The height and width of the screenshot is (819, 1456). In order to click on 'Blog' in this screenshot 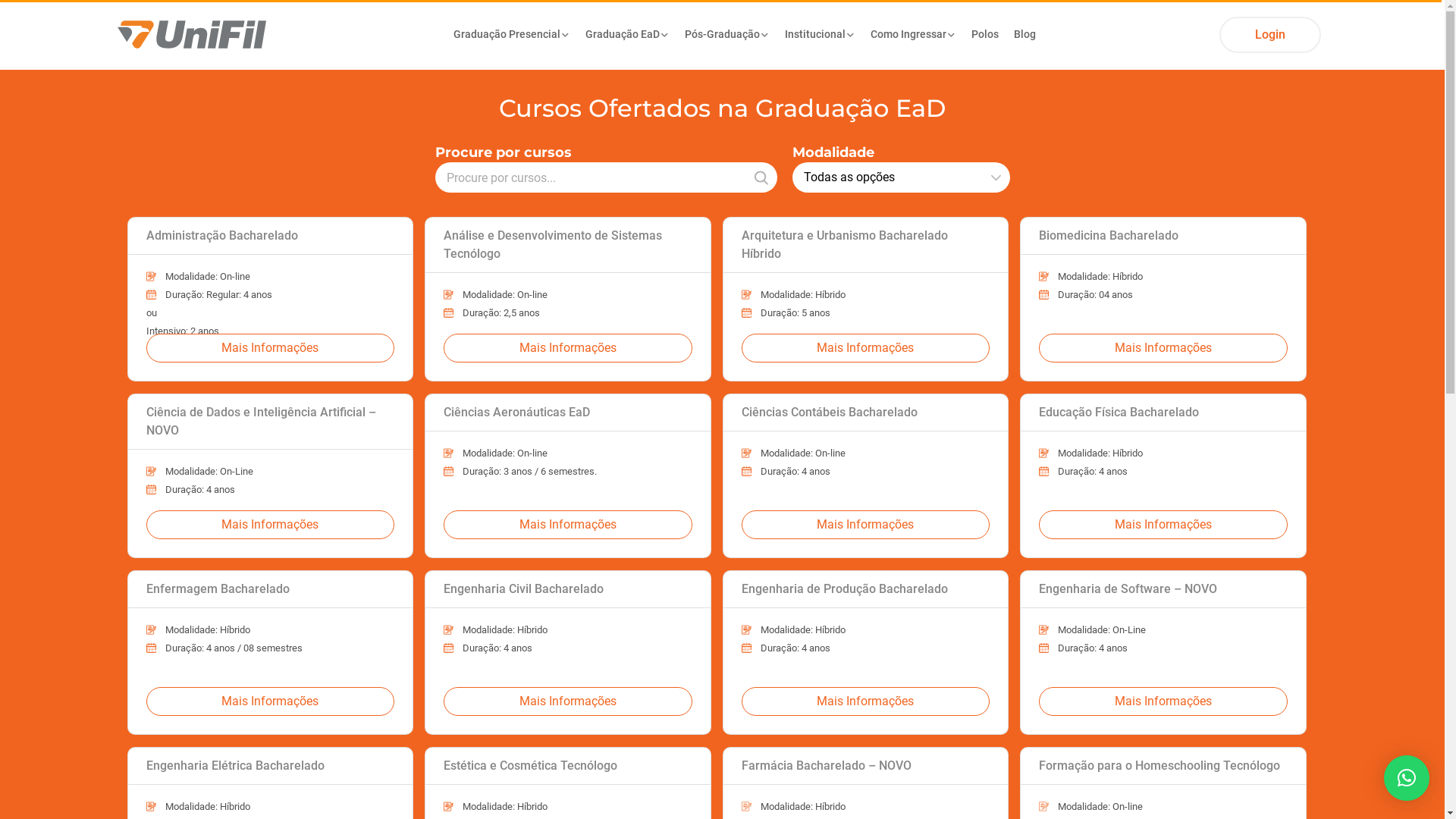, I will do `click(1014, 34)`.